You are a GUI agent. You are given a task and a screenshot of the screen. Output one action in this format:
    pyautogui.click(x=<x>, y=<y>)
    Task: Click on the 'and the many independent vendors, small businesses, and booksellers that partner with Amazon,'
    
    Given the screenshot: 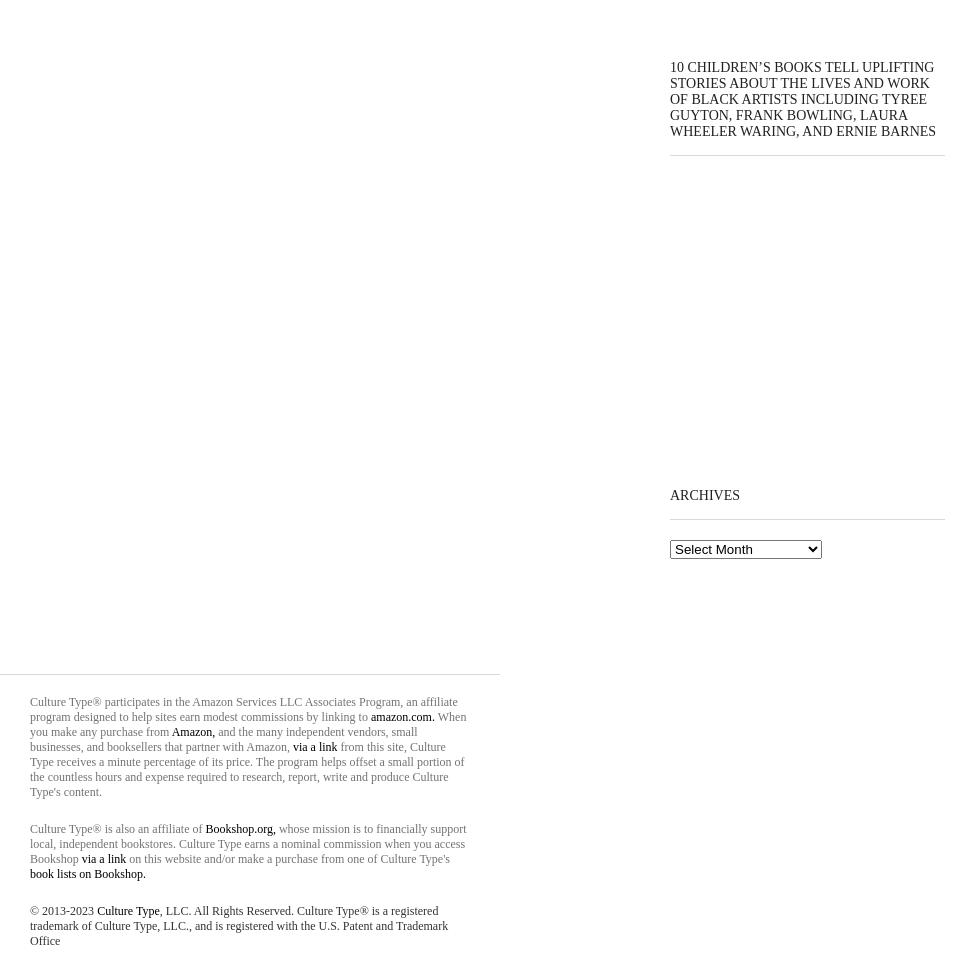 What is the action you would take?
    pyautogui.click(x=223, y=737)
    